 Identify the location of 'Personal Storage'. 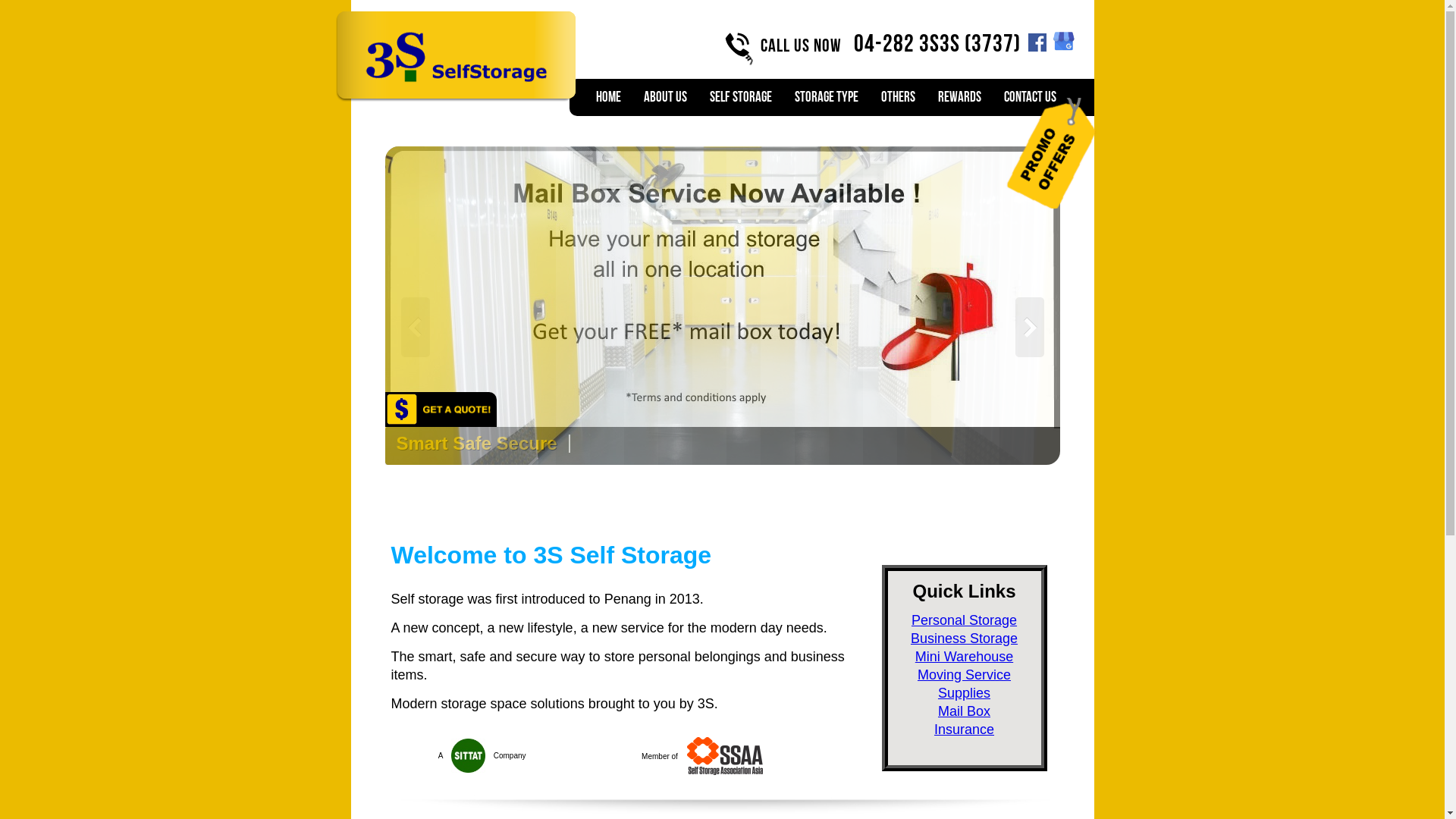
(963, 620).